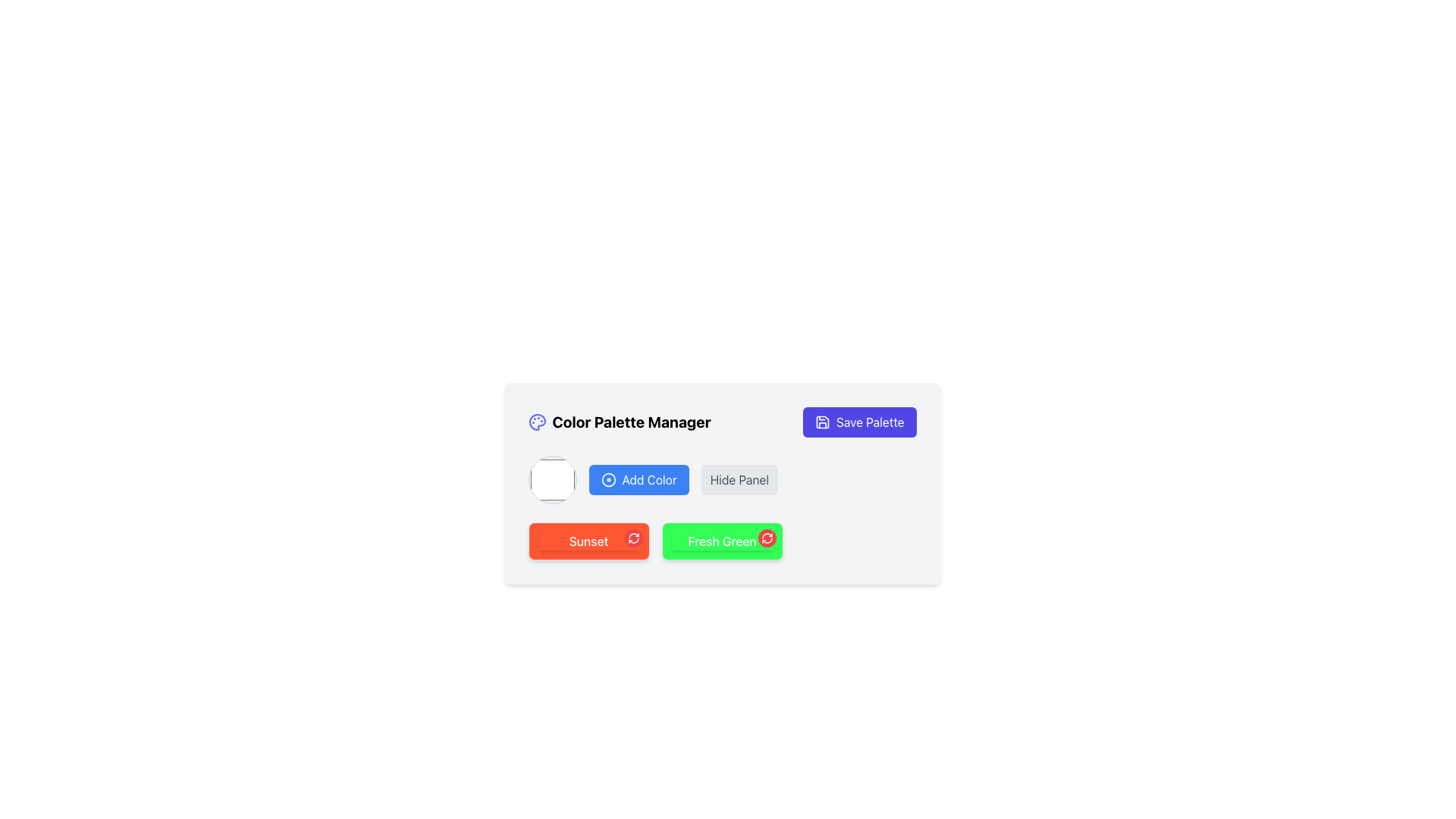  Describe the element at coordinates (767, 537) in the screenshot. I see `the refresh icon with a red background and white arrow graphics, located within the green button labeled 'Fresh Green'` at that location.